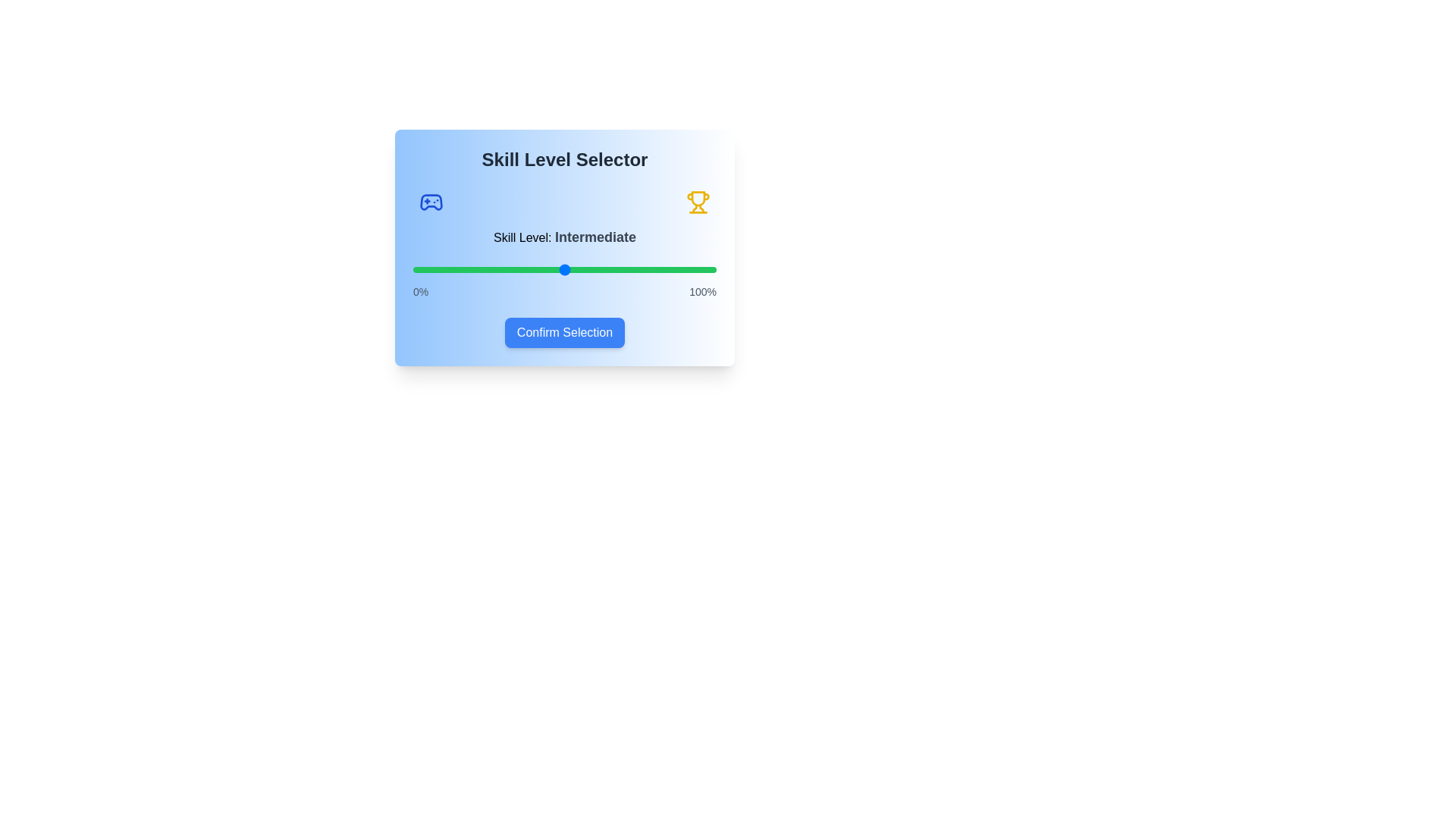 The image size is (1456, 819). What do you see at coordinates (704, 268) in the screenshot?
I see `the skill level slider to 96%, where 96 is a value between 0 and 100` at bounding box center [704, 268].